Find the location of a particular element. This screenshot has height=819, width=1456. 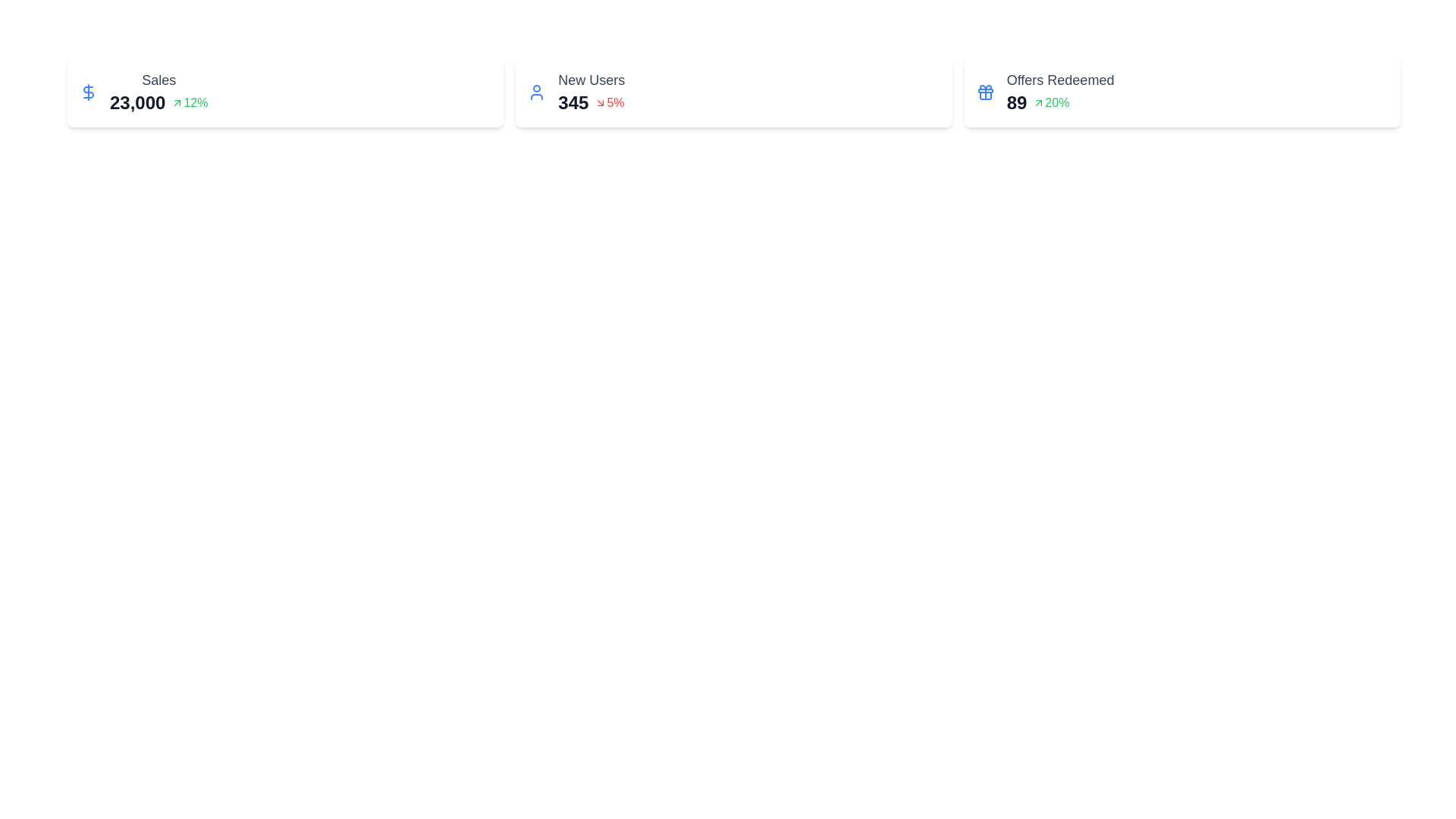

the upward right arrow icon indicating a 12% trend change, located to the left of the '12%' text within the Sales metric box is located at coordinates (177, 102).